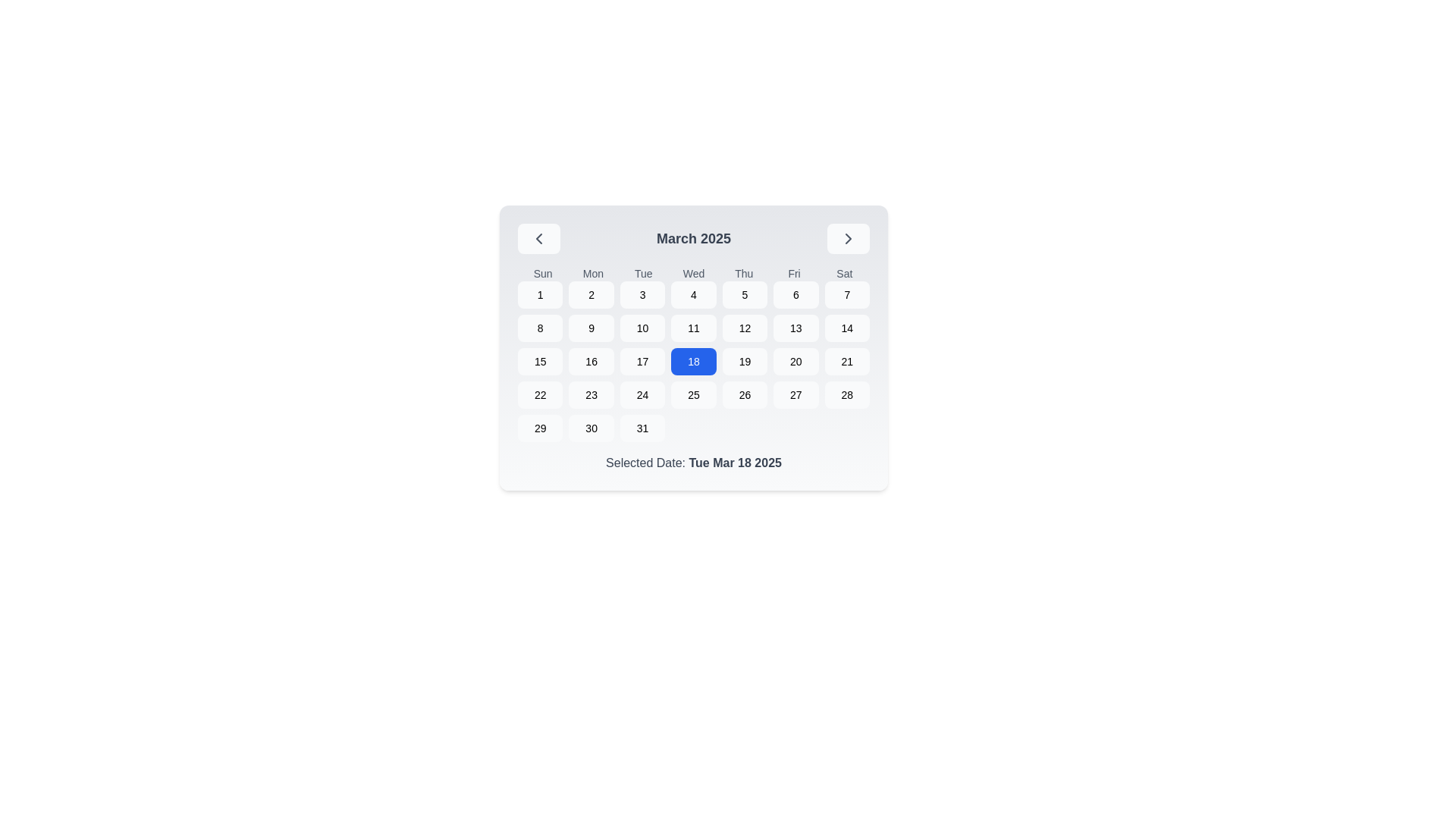  I want to click on the button representing the date '15' in the March 2025 calendar, so click(540, 362).